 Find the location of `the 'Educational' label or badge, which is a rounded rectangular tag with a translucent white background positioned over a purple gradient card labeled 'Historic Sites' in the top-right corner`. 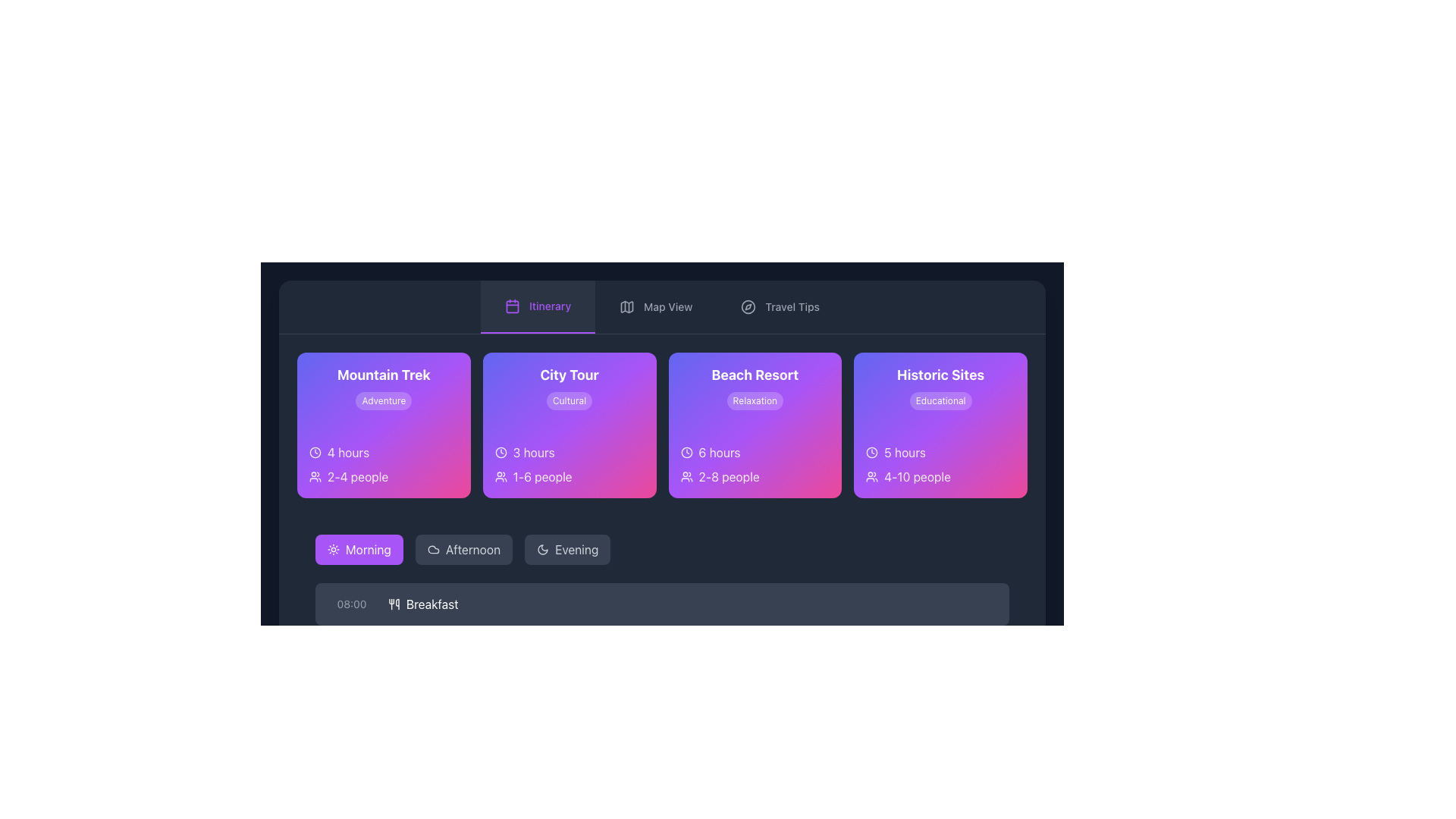

the 'Educational' label or badge, which is a rounded rectangular tag with a translucent white background positioned over a purple gradient card labeled 'Historic Sites' in the top-right corner is located at coordinates (940, 400).